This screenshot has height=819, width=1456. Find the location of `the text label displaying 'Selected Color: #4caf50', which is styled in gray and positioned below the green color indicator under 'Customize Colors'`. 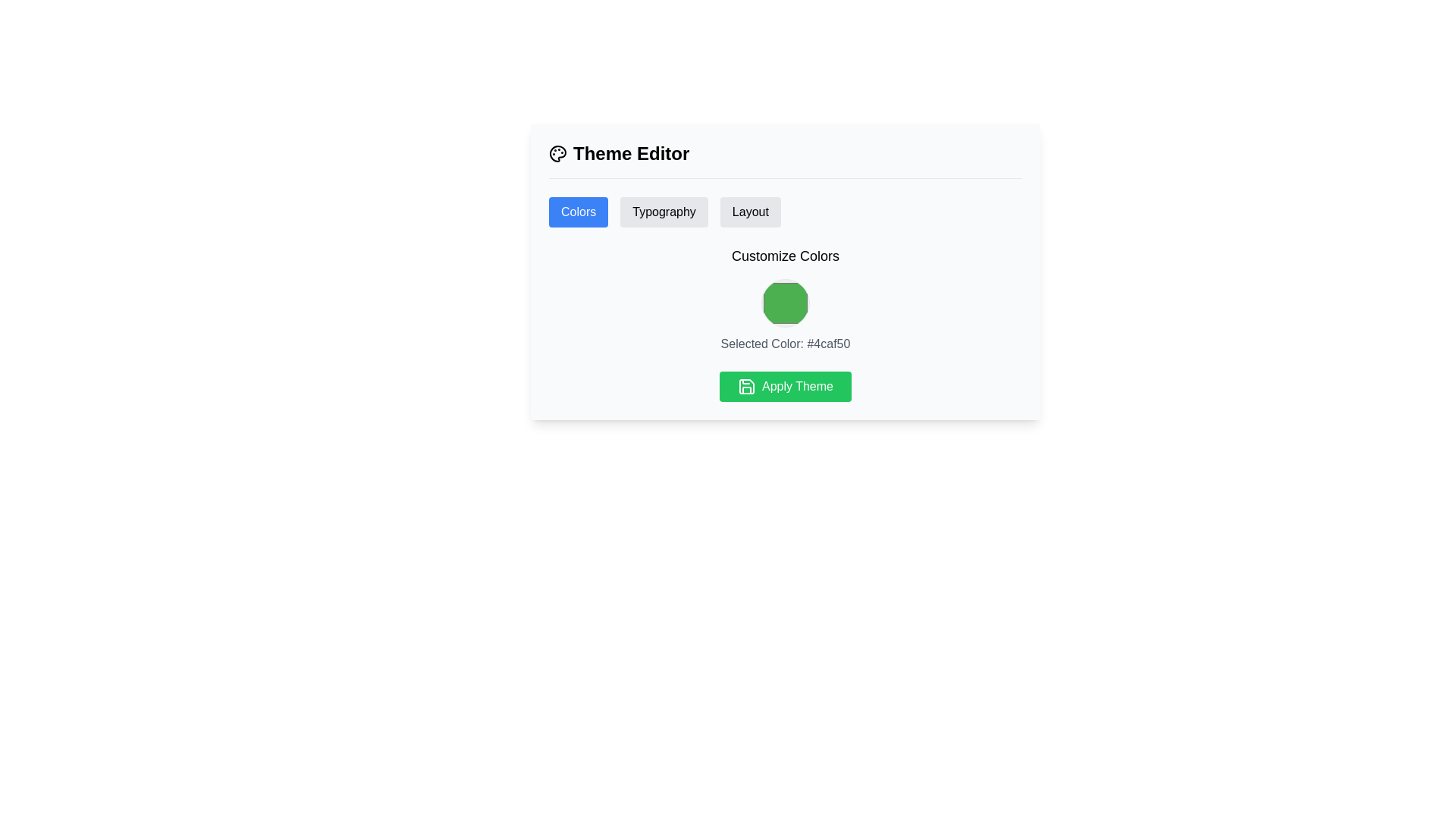

the text label displaying 'Selected Color: #4caf50', which is styled in gray and positioned below the green color indicator under 'Customize Colors' is located at coordinates (786, 344).